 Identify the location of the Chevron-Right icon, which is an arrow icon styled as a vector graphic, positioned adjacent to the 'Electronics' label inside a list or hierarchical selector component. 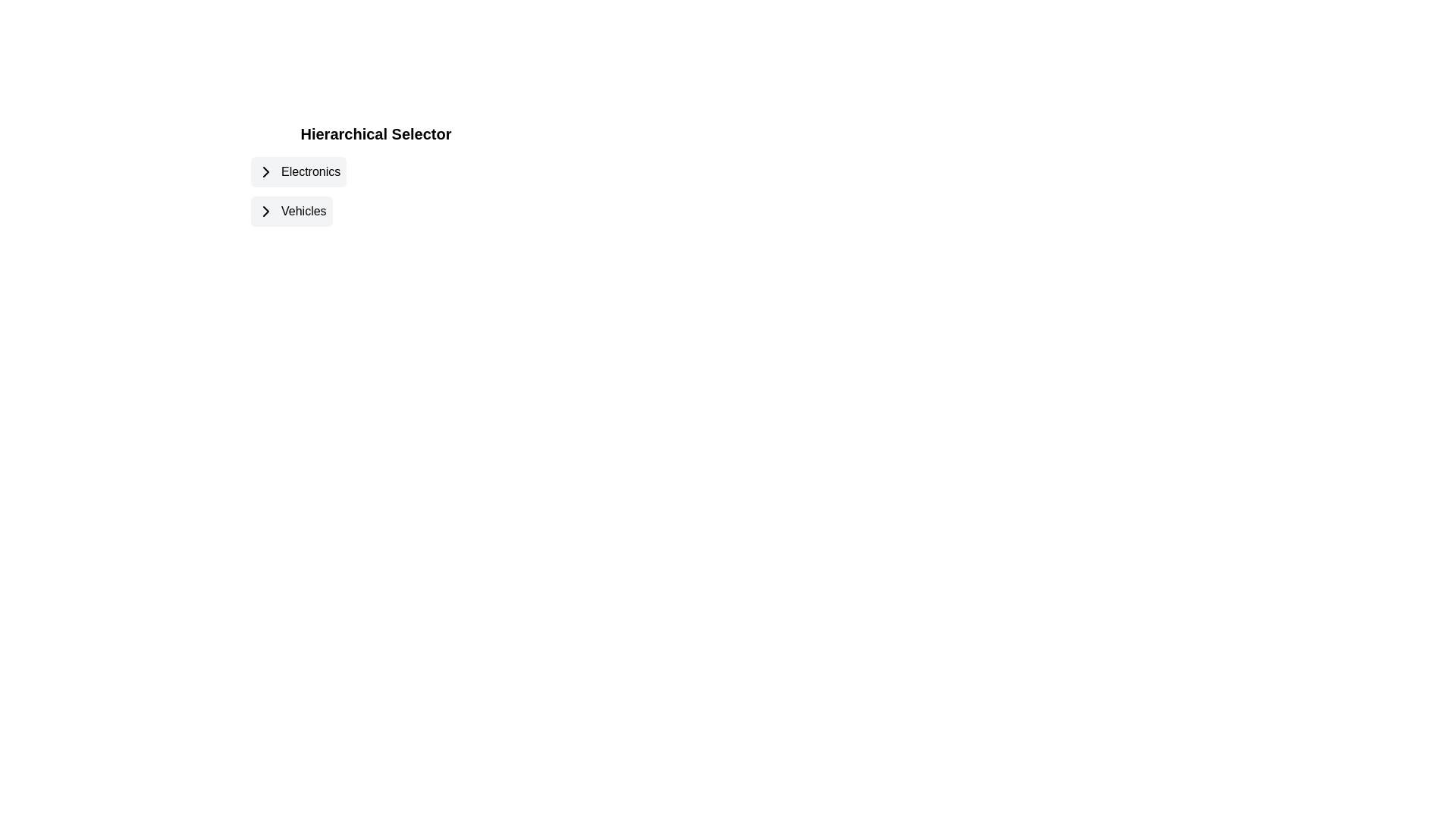
(265, 171).